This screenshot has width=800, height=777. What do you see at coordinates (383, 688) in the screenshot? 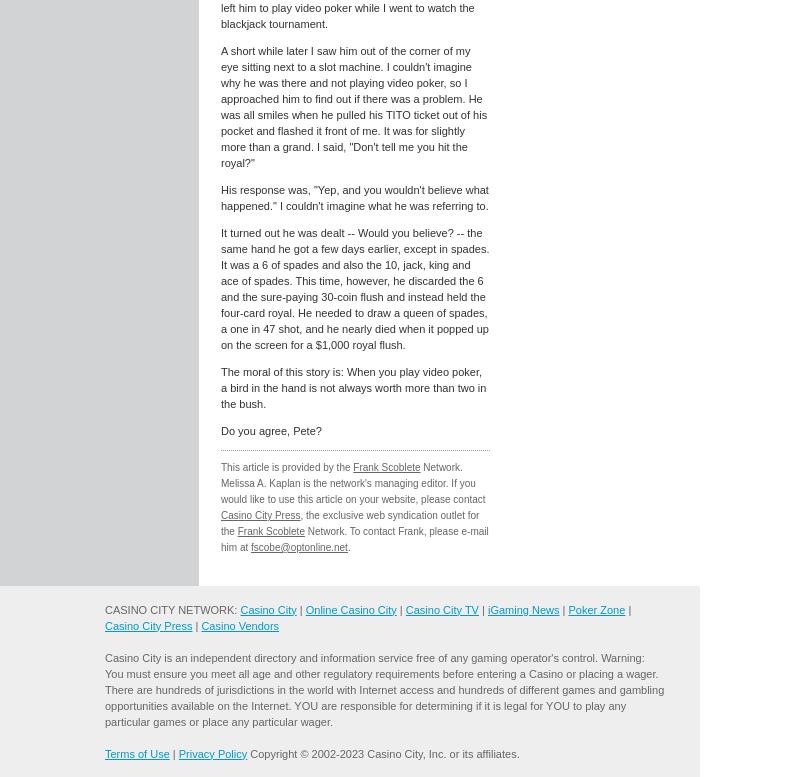
I see `'Casino City is an independent directory and information service free of any gaming operator's control.
			Warning: You must ensure you meet all age and other regulatory requirements before entering a
			Casino or placing a wager.  There are hundreds of jurisdictions in the world with Internet access and
			hundreds of different games and gambling opportunities available on the Internet.
			YOU are responsible for determining if it is legal for YOU to play any particular games or place any
			particular wager.'` at bounding box center [383, 688].